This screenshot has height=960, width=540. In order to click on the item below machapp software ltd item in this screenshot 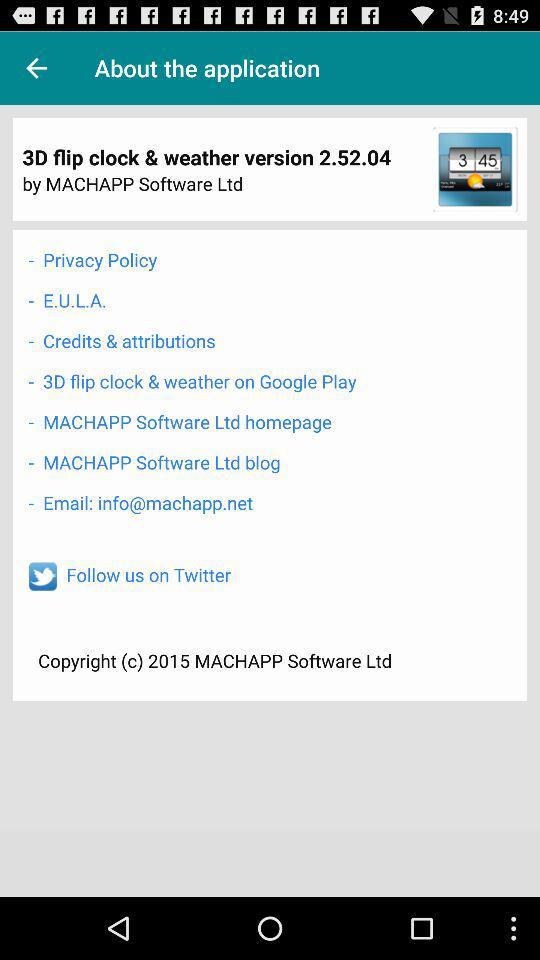, I will do `click(139, 501)`.